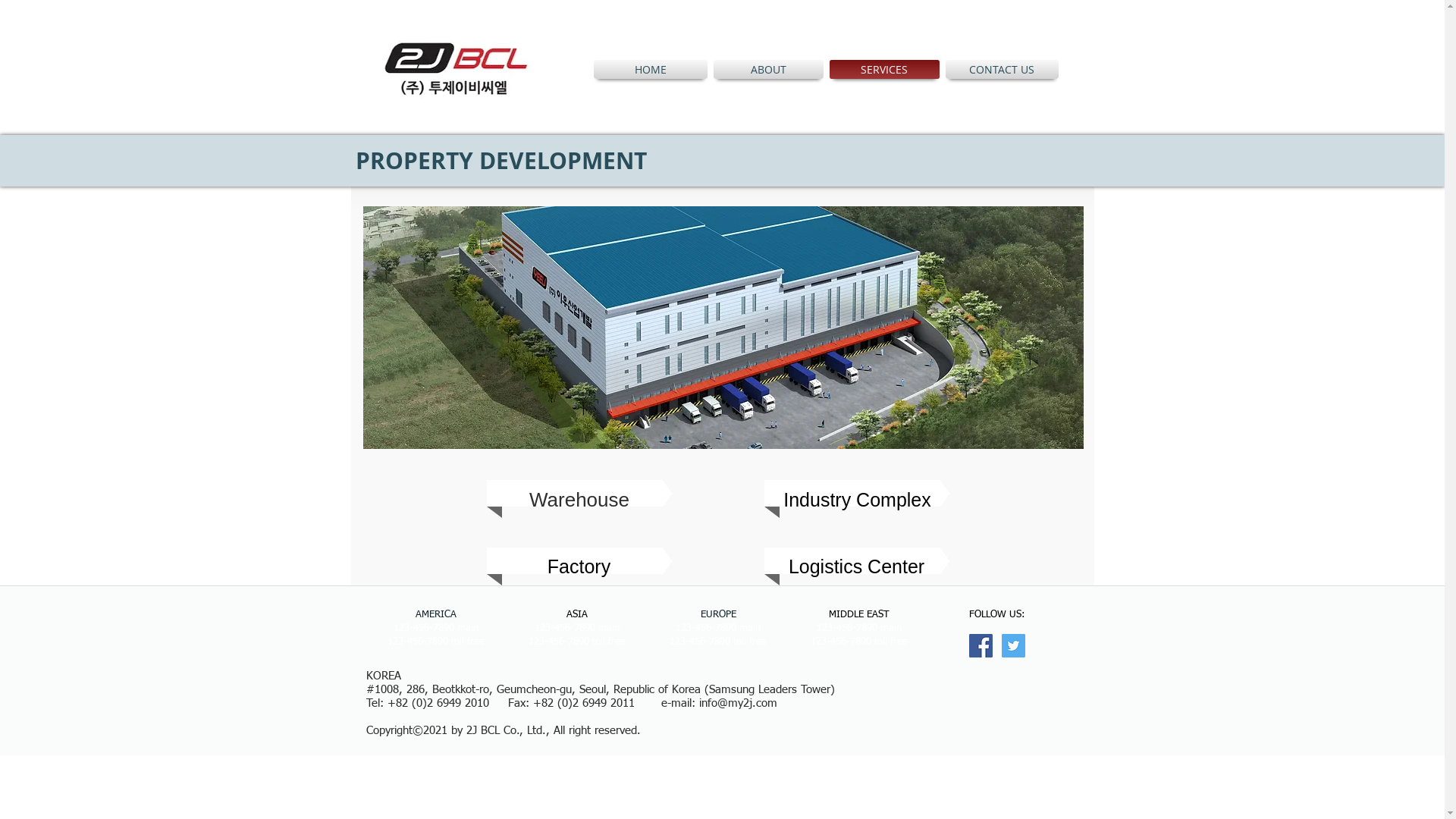  I want to click on 'HOME', so click(651, 69).